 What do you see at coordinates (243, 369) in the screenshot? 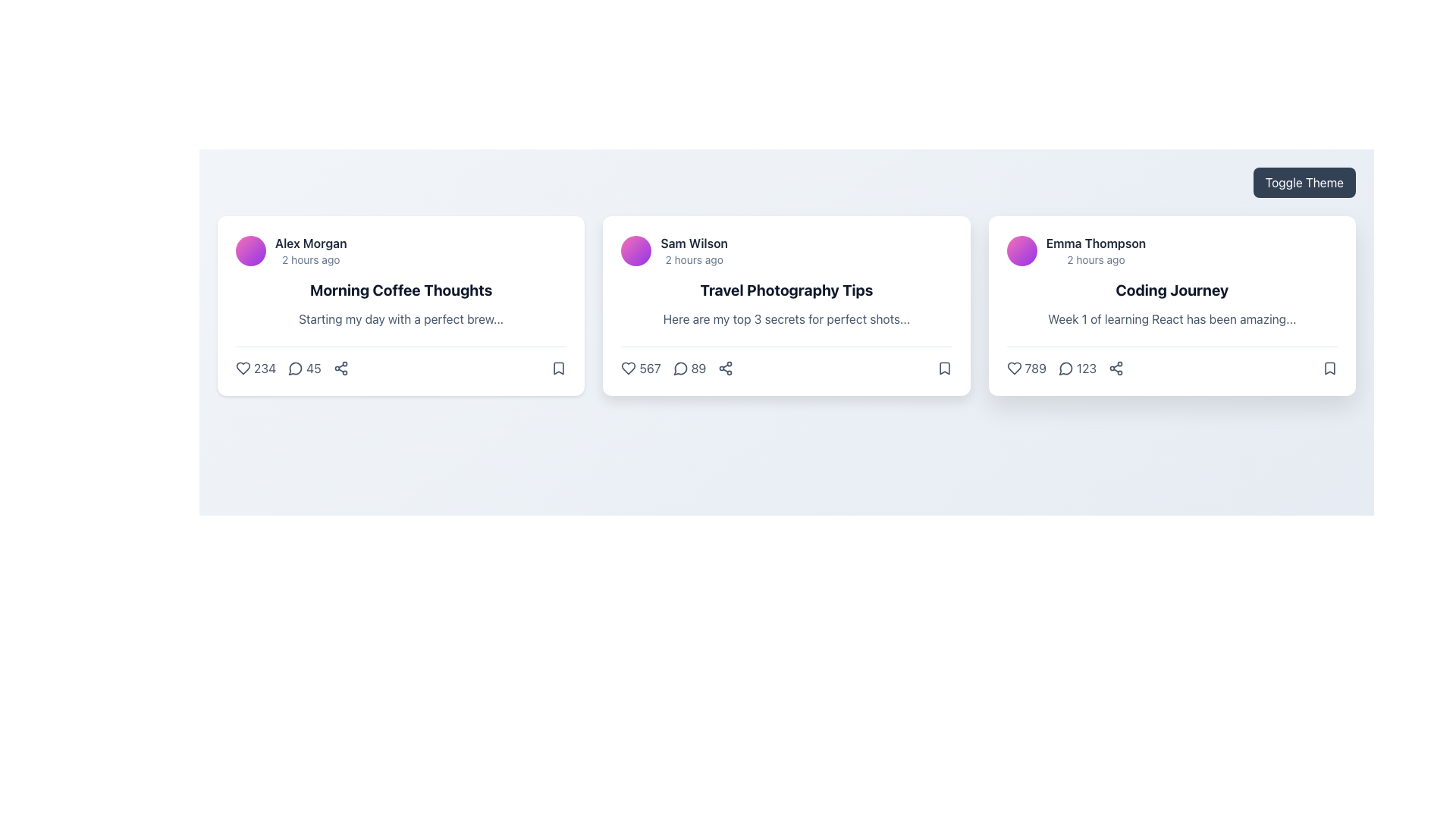
I see `the small heart-shaped icon located to the left of the number '234'` at bounding box center [243, 369].